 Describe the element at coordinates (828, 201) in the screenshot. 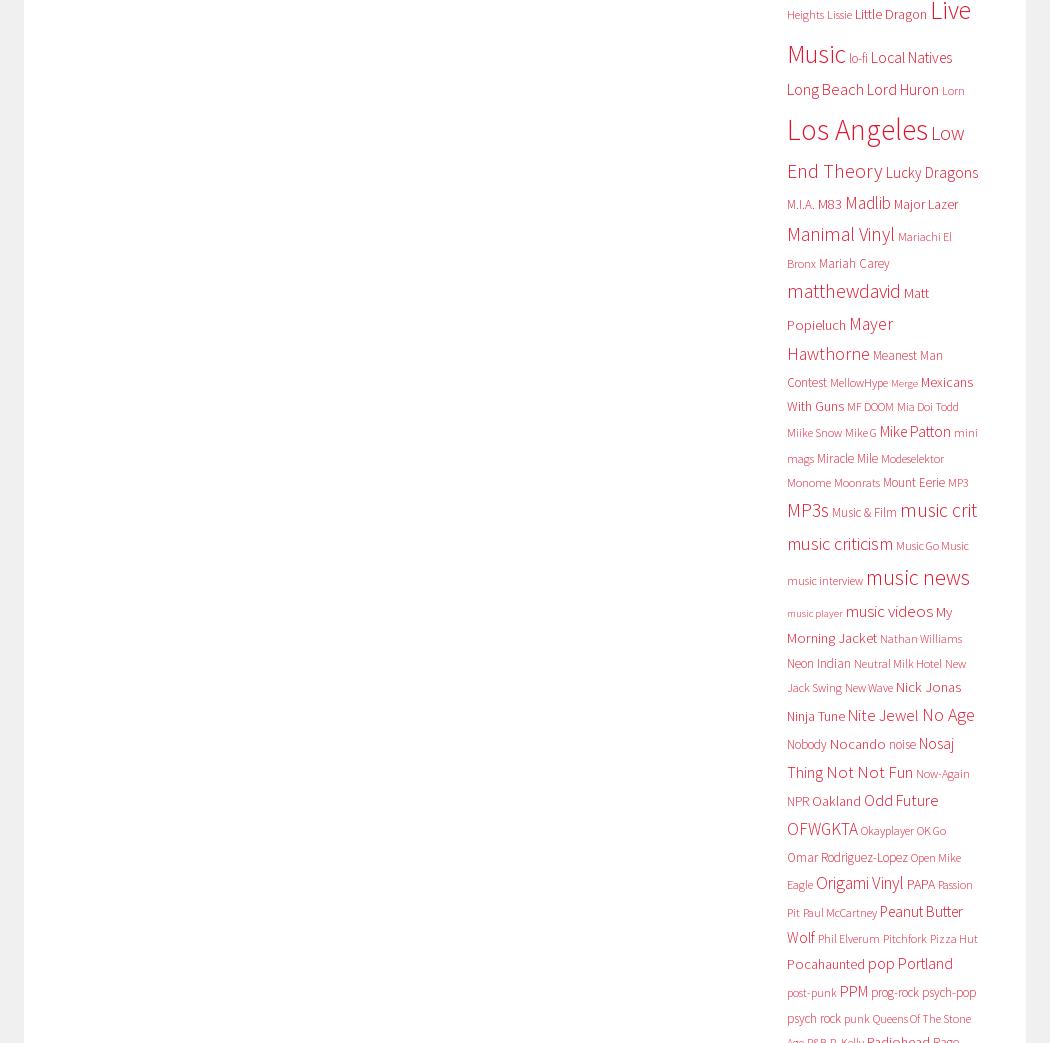

I see `'M83'` at that location.